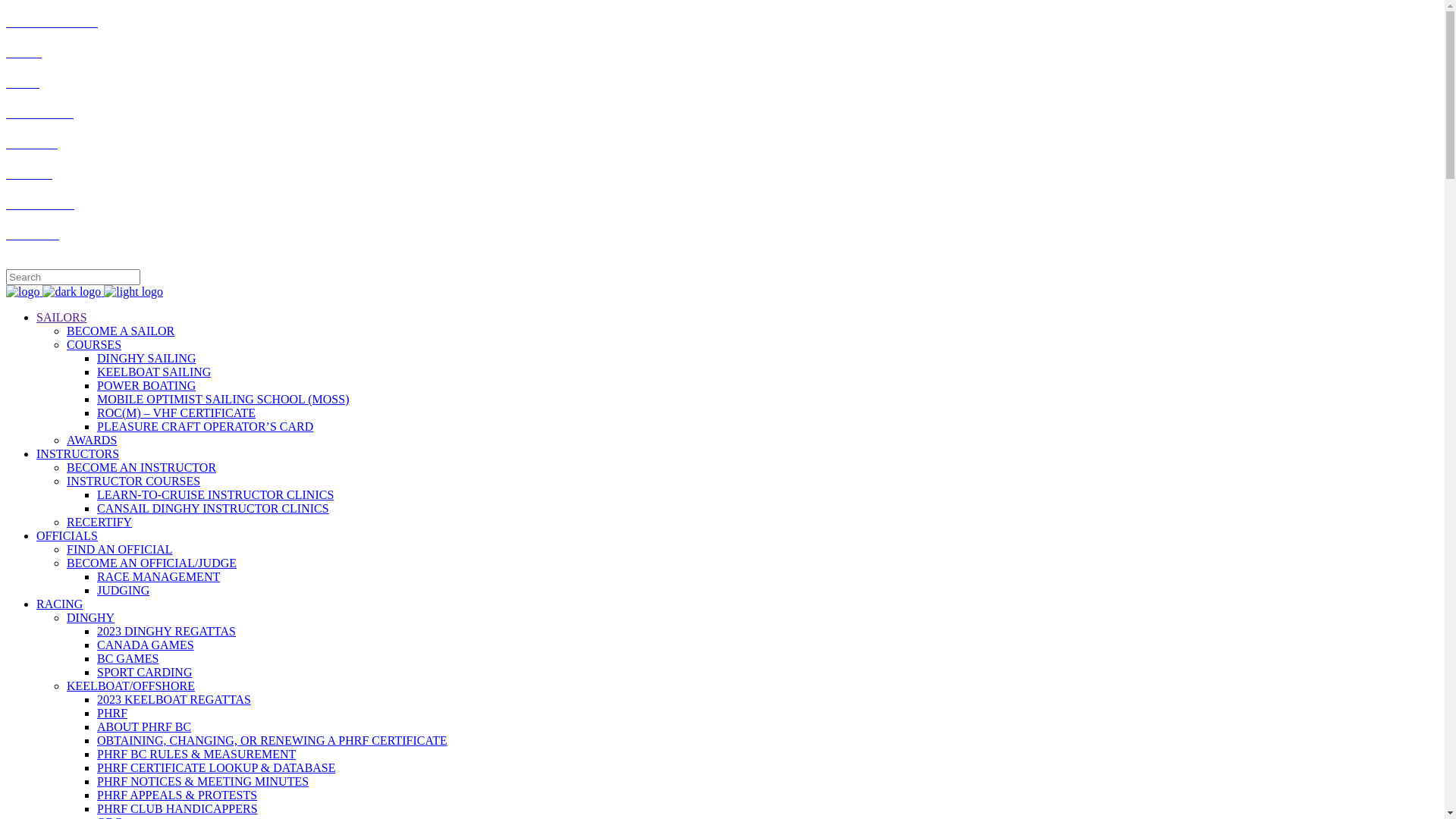  Describe the element at coordinates (144, 726) in the screenshot. I see `'ABOUT PHRF BC'` at that location.